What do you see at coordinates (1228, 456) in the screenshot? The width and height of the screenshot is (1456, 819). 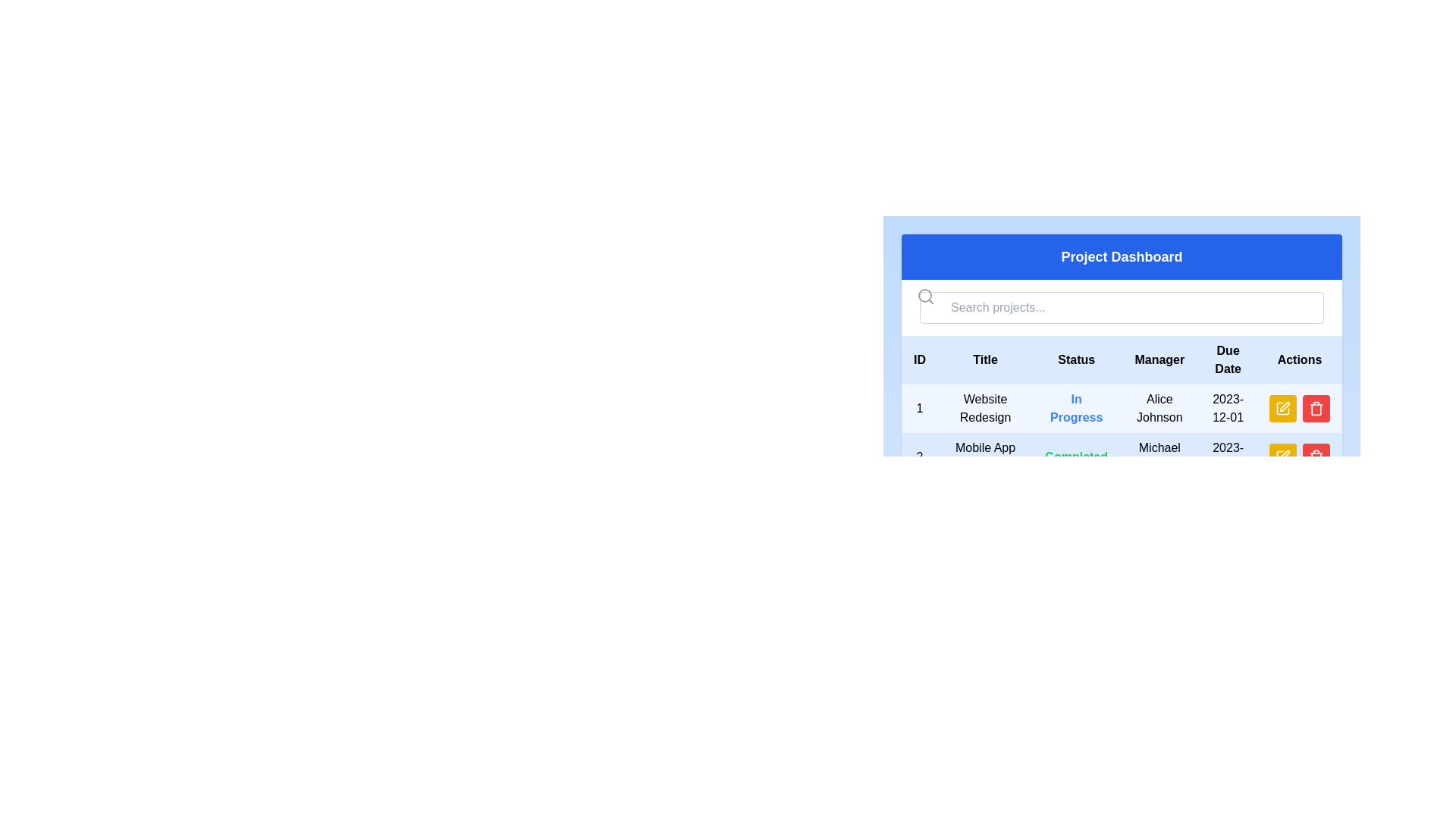 I see `the text label displaying '2023-11-15' in the 'Due Date' column of the 'Project Dashboard' table, which is located in the last cell of the row for 'Mobile App Launch'` at bounding box center [1228, 456].